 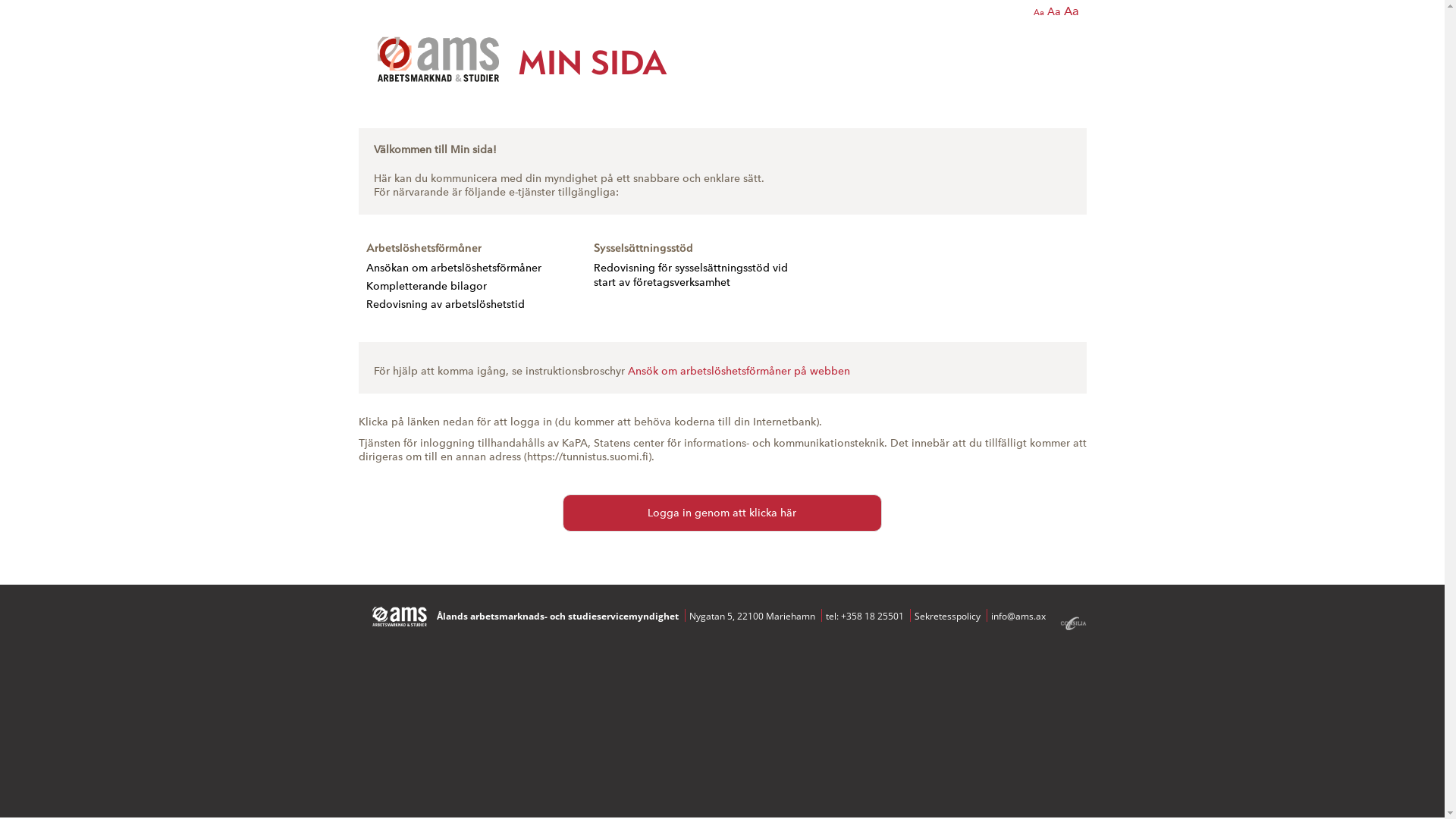 I want to click on 'Aa', so click(x=1069, y=11).